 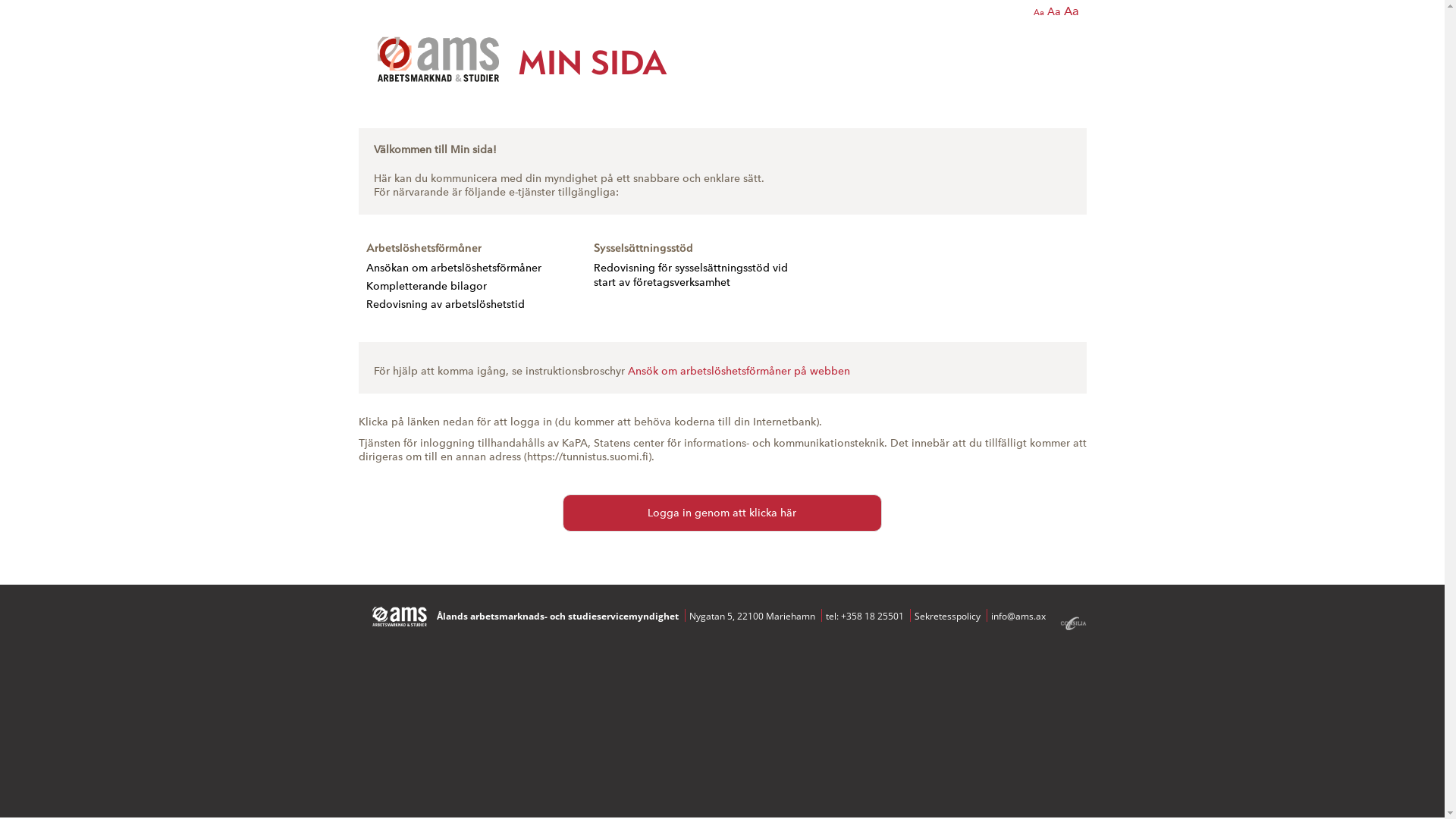 I want to click on 'Aa', so click(x=1069, y=11).